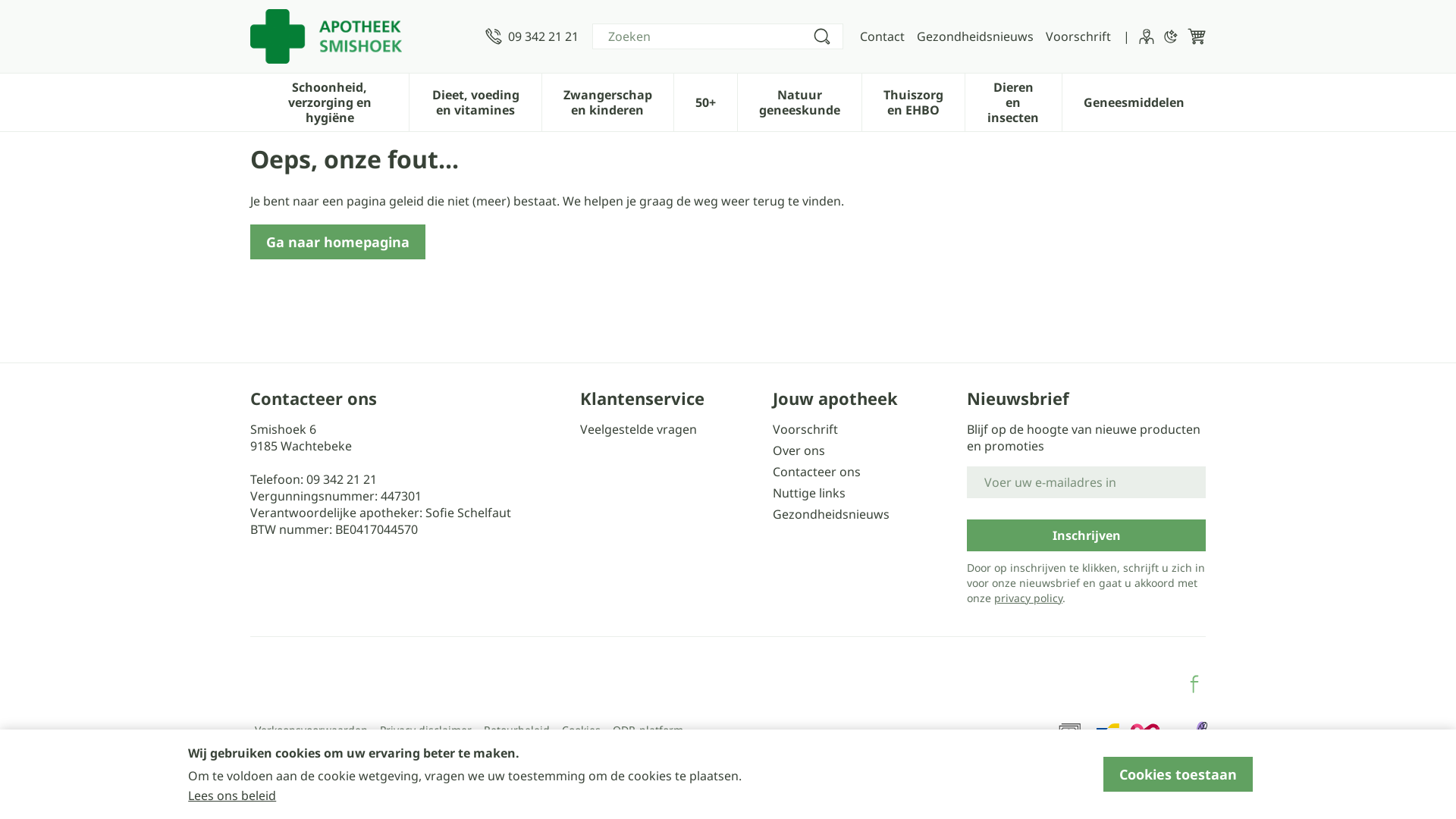 The image size is (1456, 819). Describe the element at coordinates (1177, 774) in the screenshot. I see `'Cookies toestaan'` at that location.